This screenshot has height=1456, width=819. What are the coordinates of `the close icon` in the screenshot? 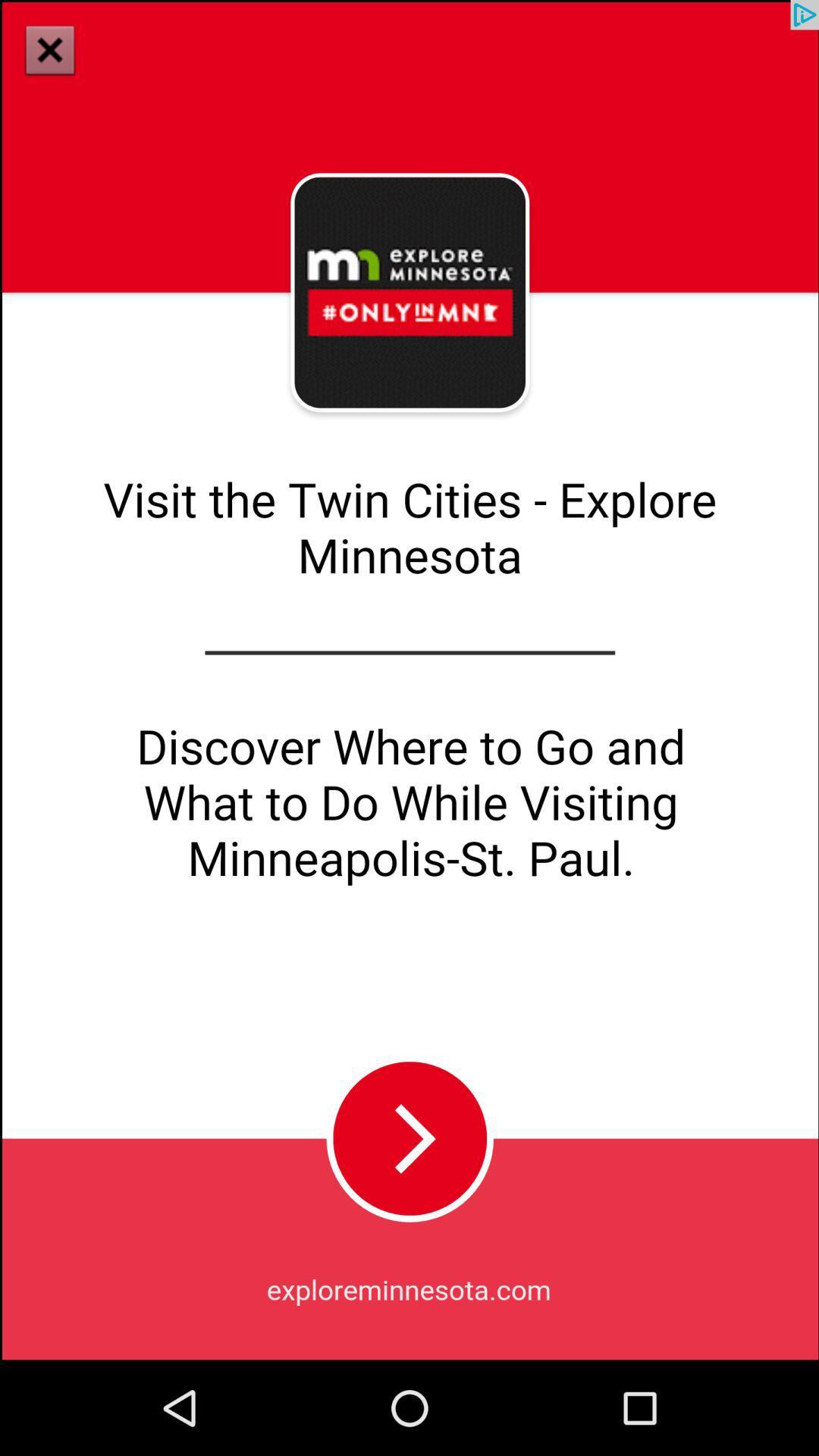 It's located at (58, 63).